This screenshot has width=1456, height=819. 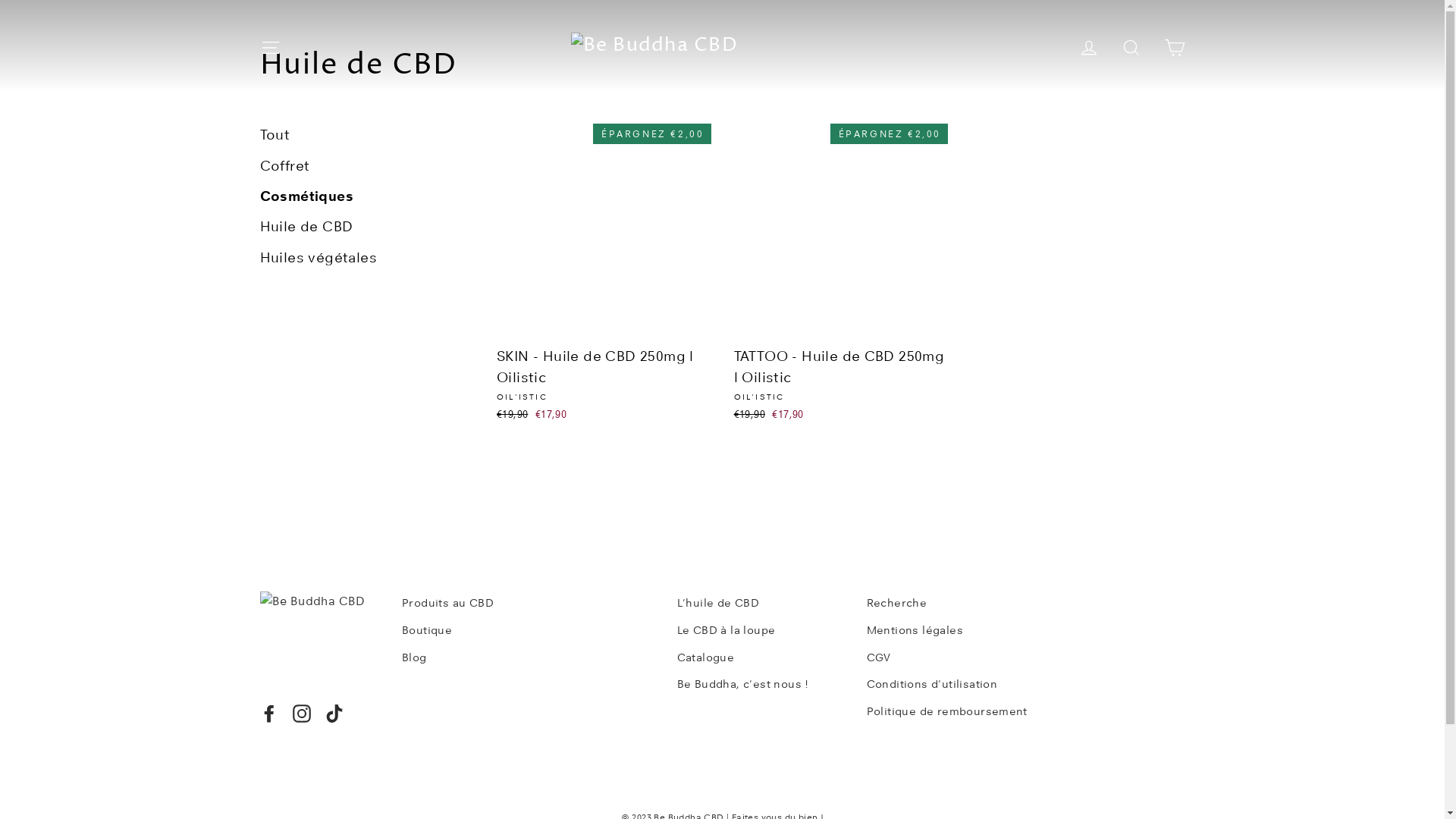 What do you see at coordinates (259, 166) in the screenshot?
I see `'Coffret'` at bounding box center [259, 166].